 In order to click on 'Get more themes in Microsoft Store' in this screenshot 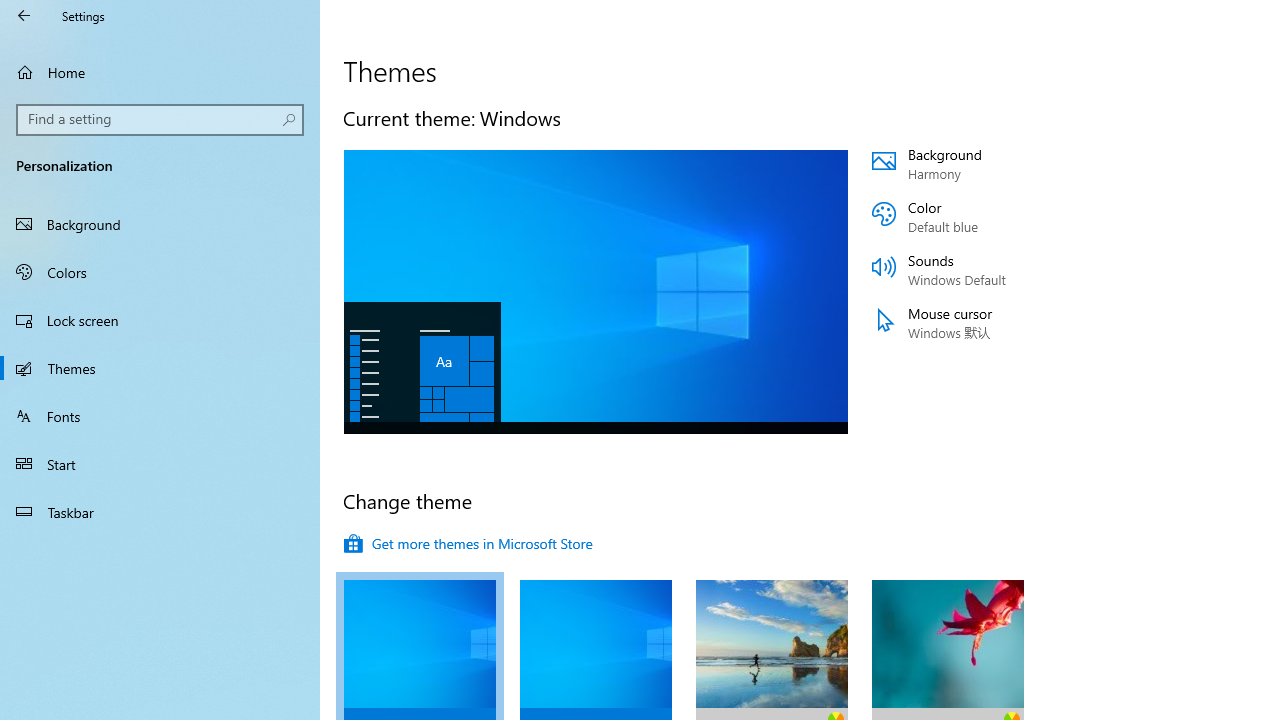, I will do `click(467, 543)`.